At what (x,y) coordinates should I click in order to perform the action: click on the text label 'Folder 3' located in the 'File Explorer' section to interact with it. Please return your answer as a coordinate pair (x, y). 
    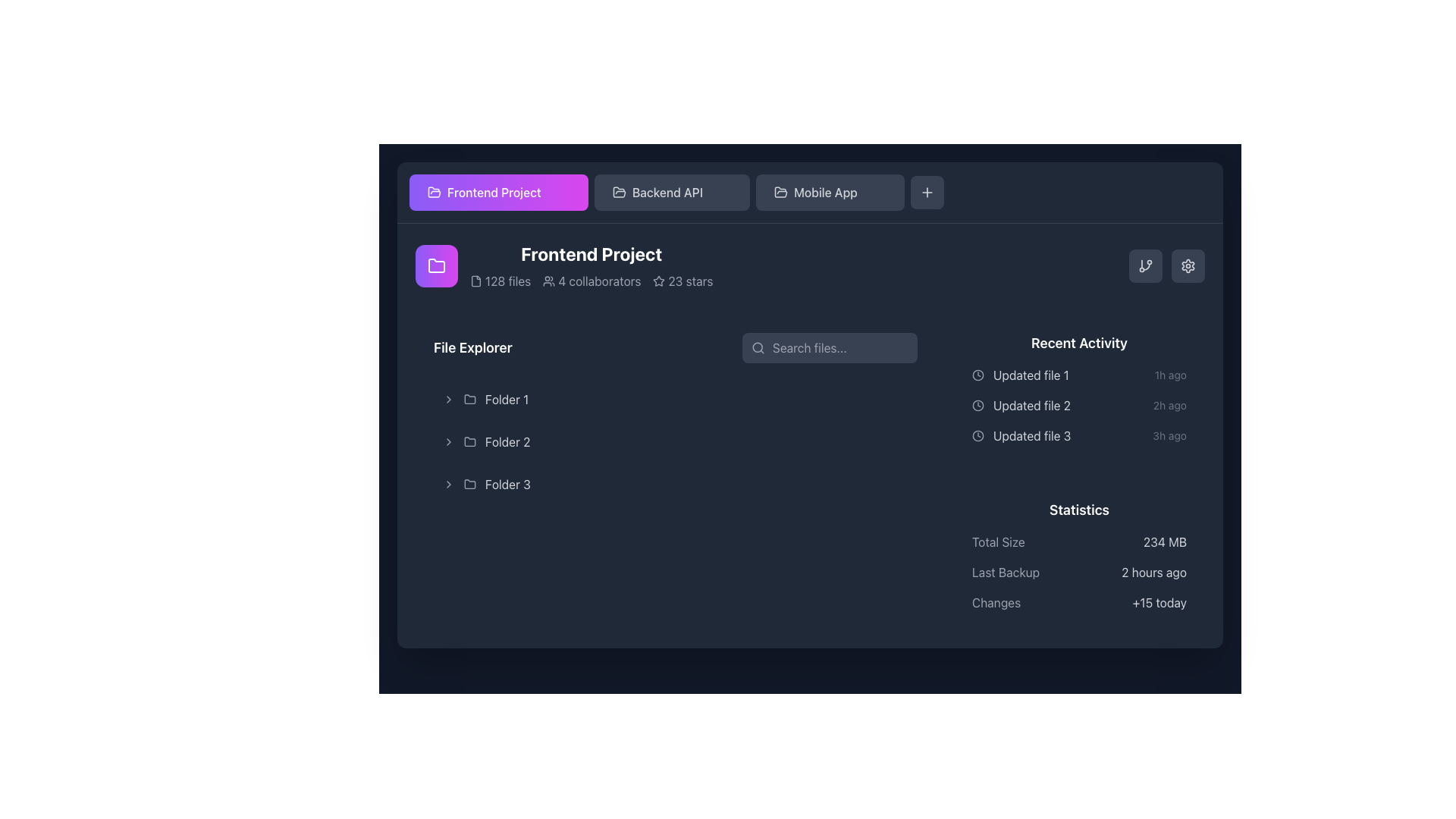
    Looking at the image, I should click on (507, 485).